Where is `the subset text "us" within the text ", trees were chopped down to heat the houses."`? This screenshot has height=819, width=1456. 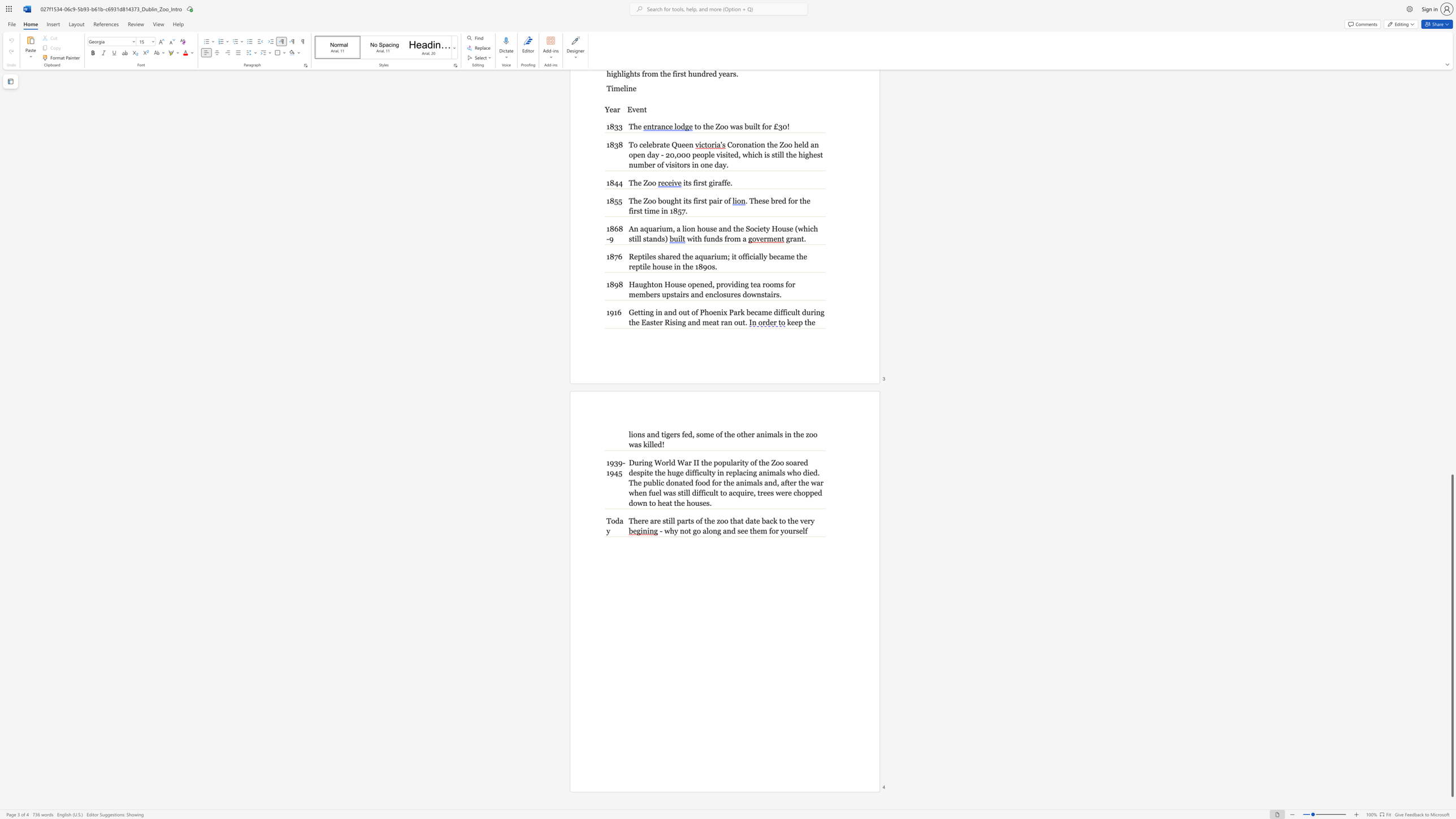 the subset text "us" within the text ", trees were chopped down to heat the houses." is located at coordinates (695, 503).